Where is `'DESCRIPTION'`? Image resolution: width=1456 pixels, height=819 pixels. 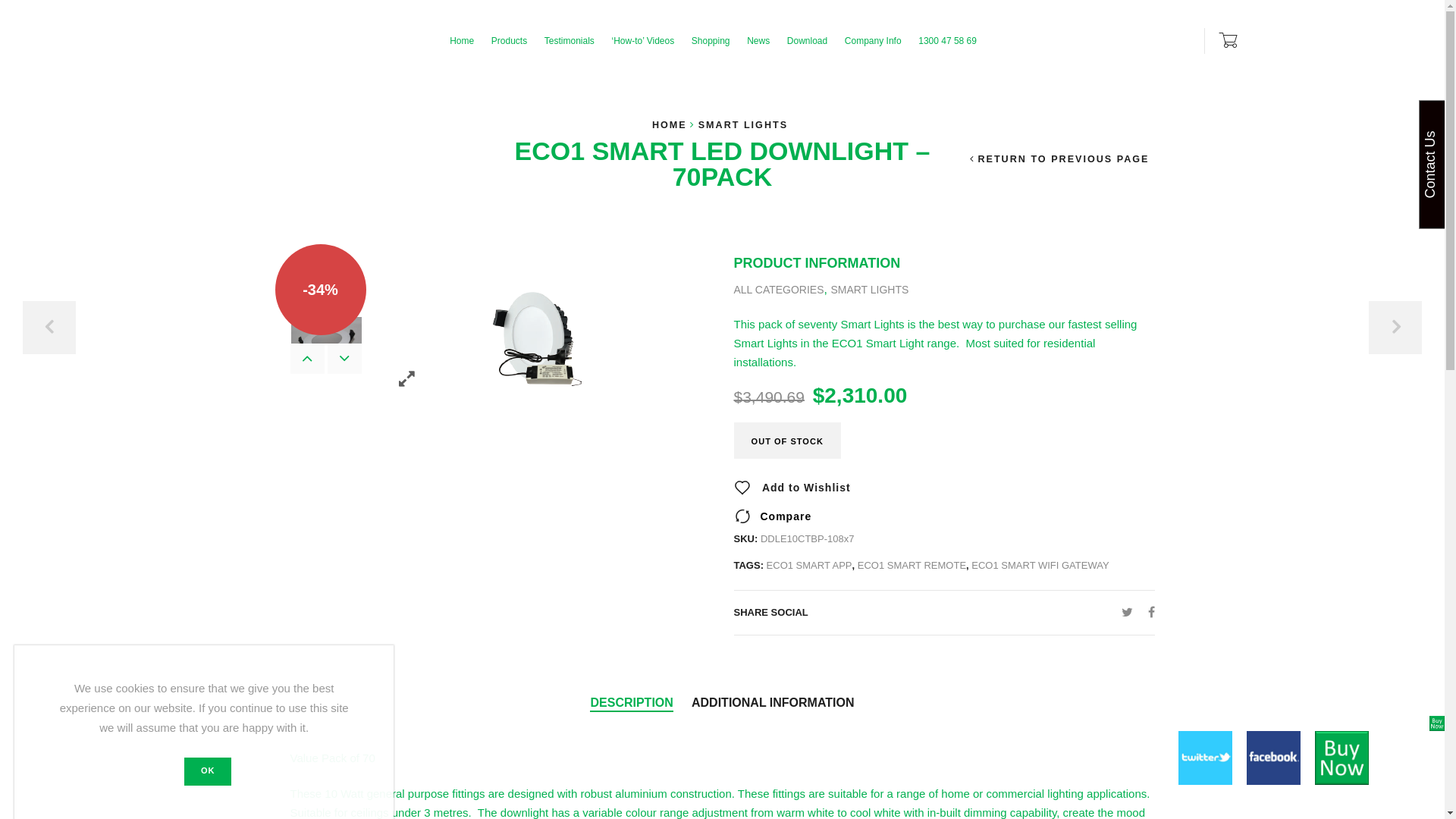 'DESCRIPTION' is located at coordinates (631, 703).